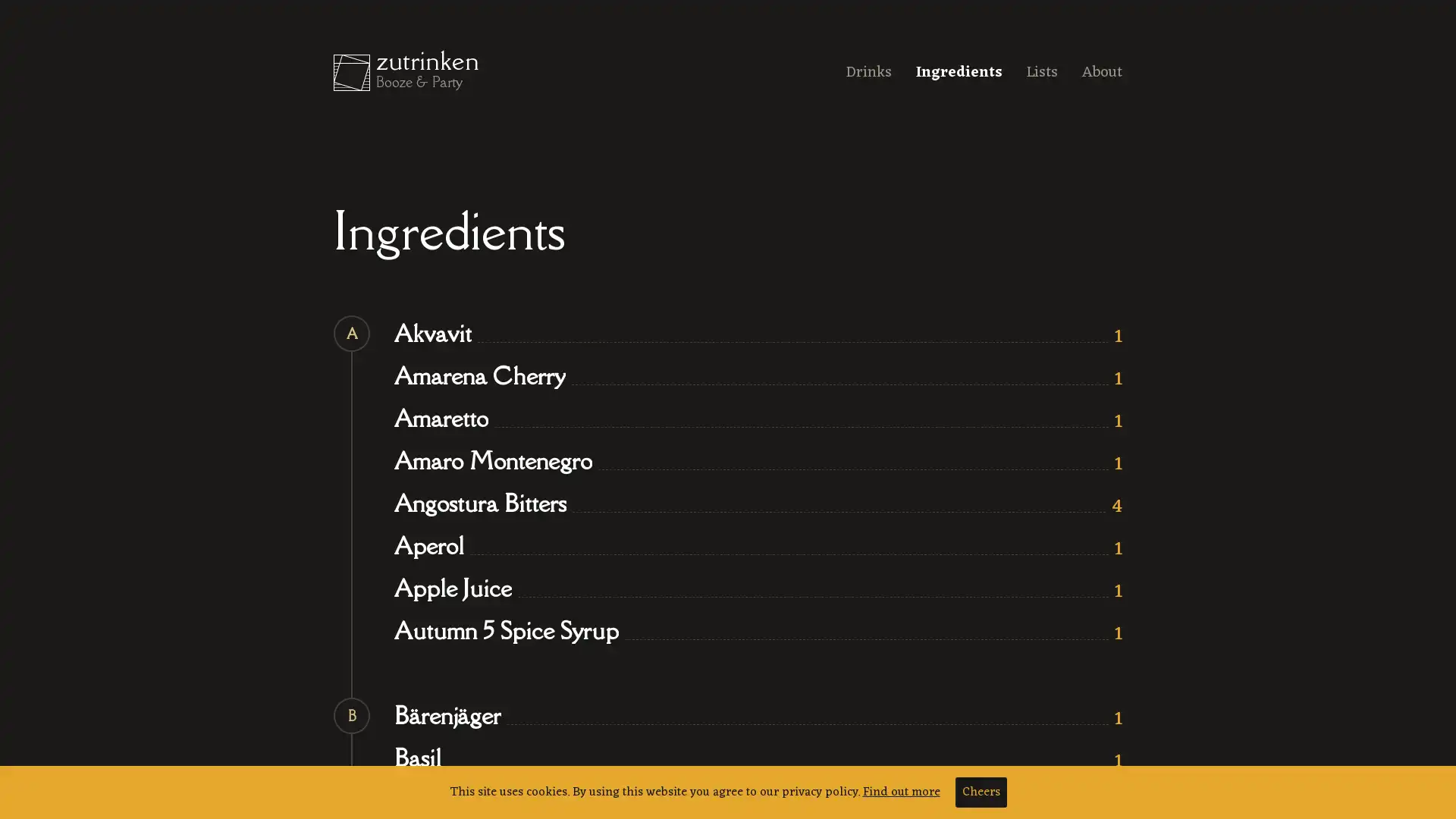  What do you see at coordinates (980, 792) in the screenshot?
I see `Cheers` at bounding box center [980, 792].